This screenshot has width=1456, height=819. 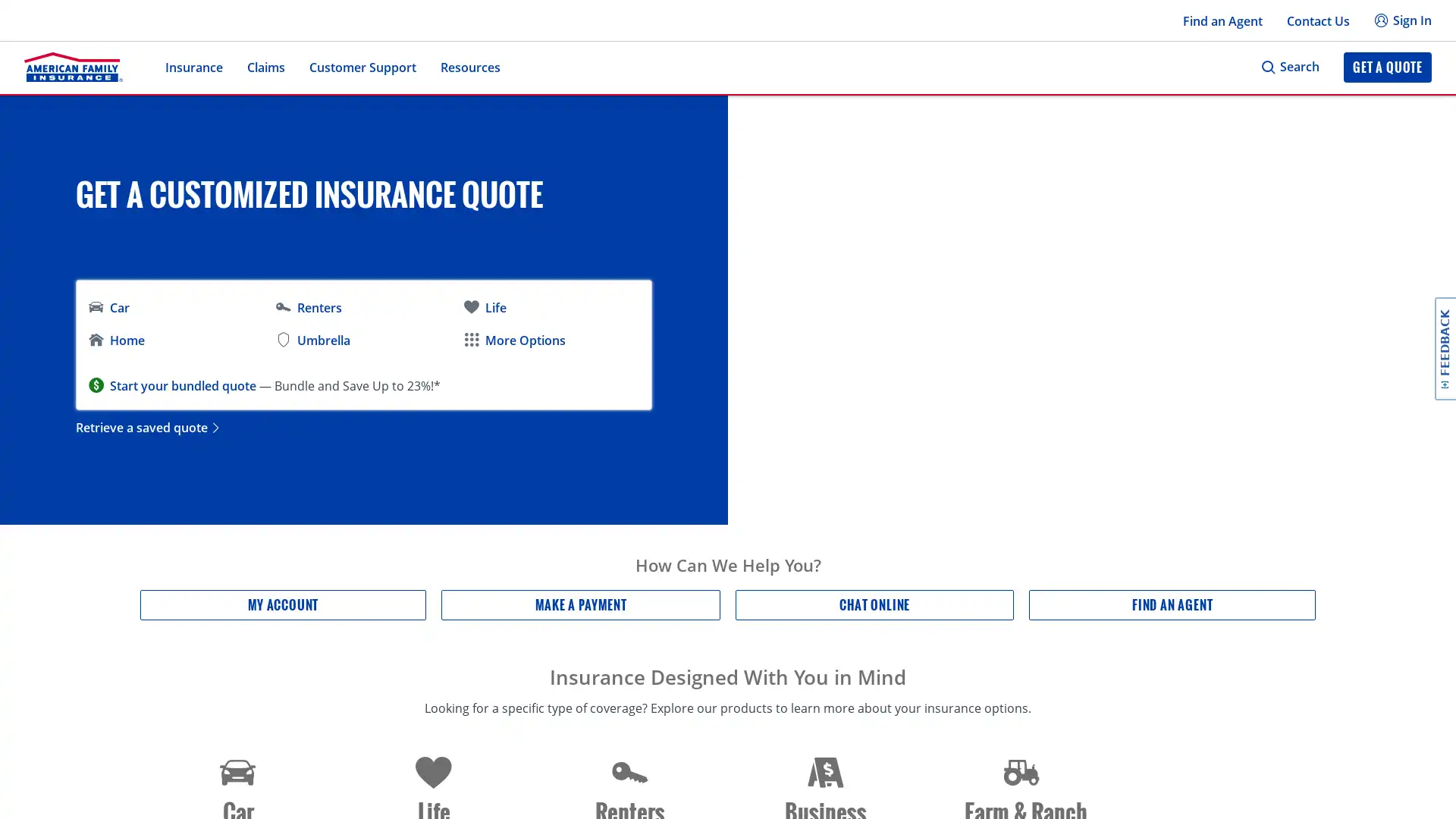 What do you see at coordinates (115, 340) in the screenshot?
I see `Home` at bounding box center [115, 340].